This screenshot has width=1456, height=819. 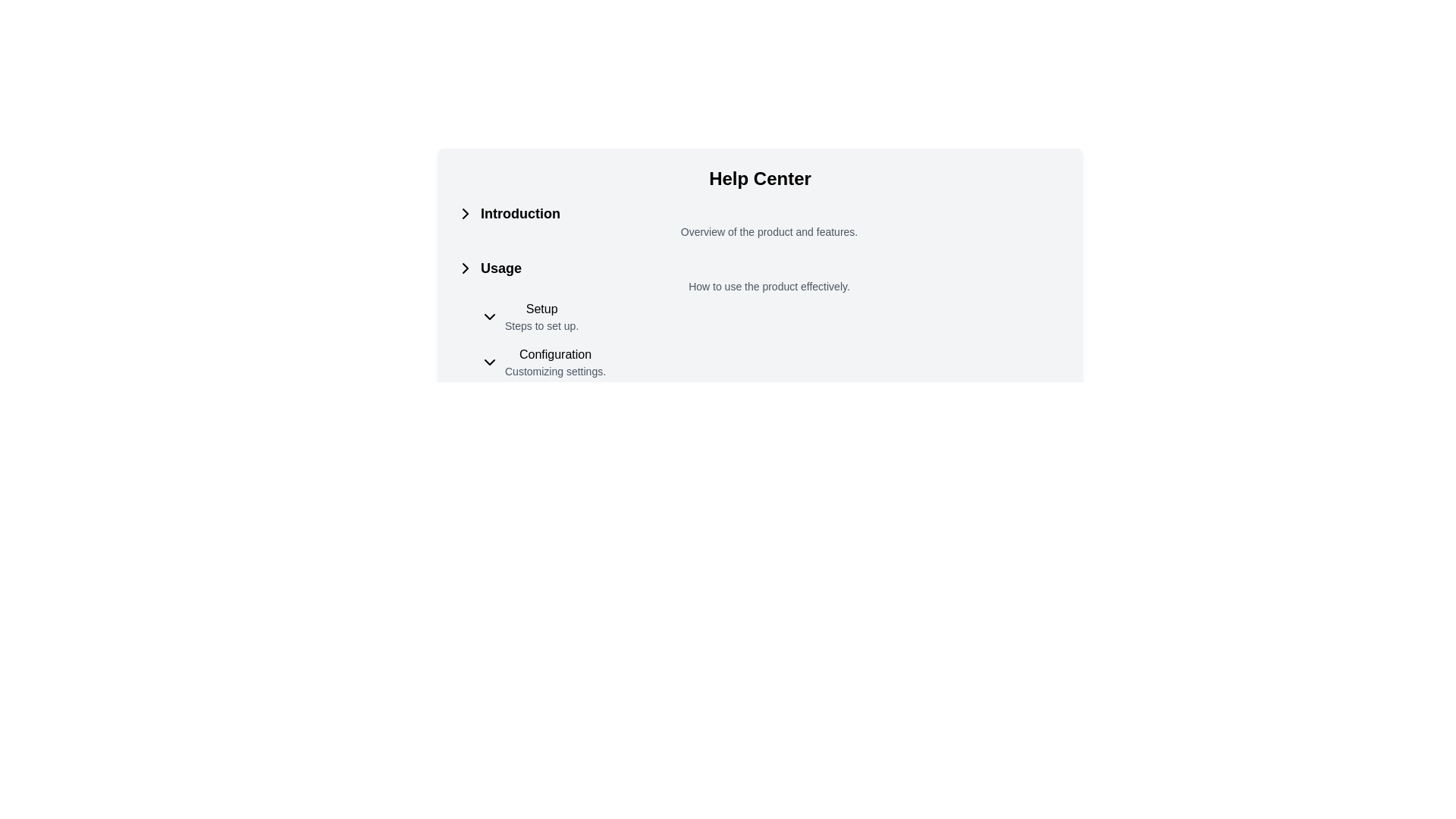 What do you see at coordinates (541, 315) in the screenshot?
I see `the navigational label element under the 'Usage' category` at bounding box center [541, 315].